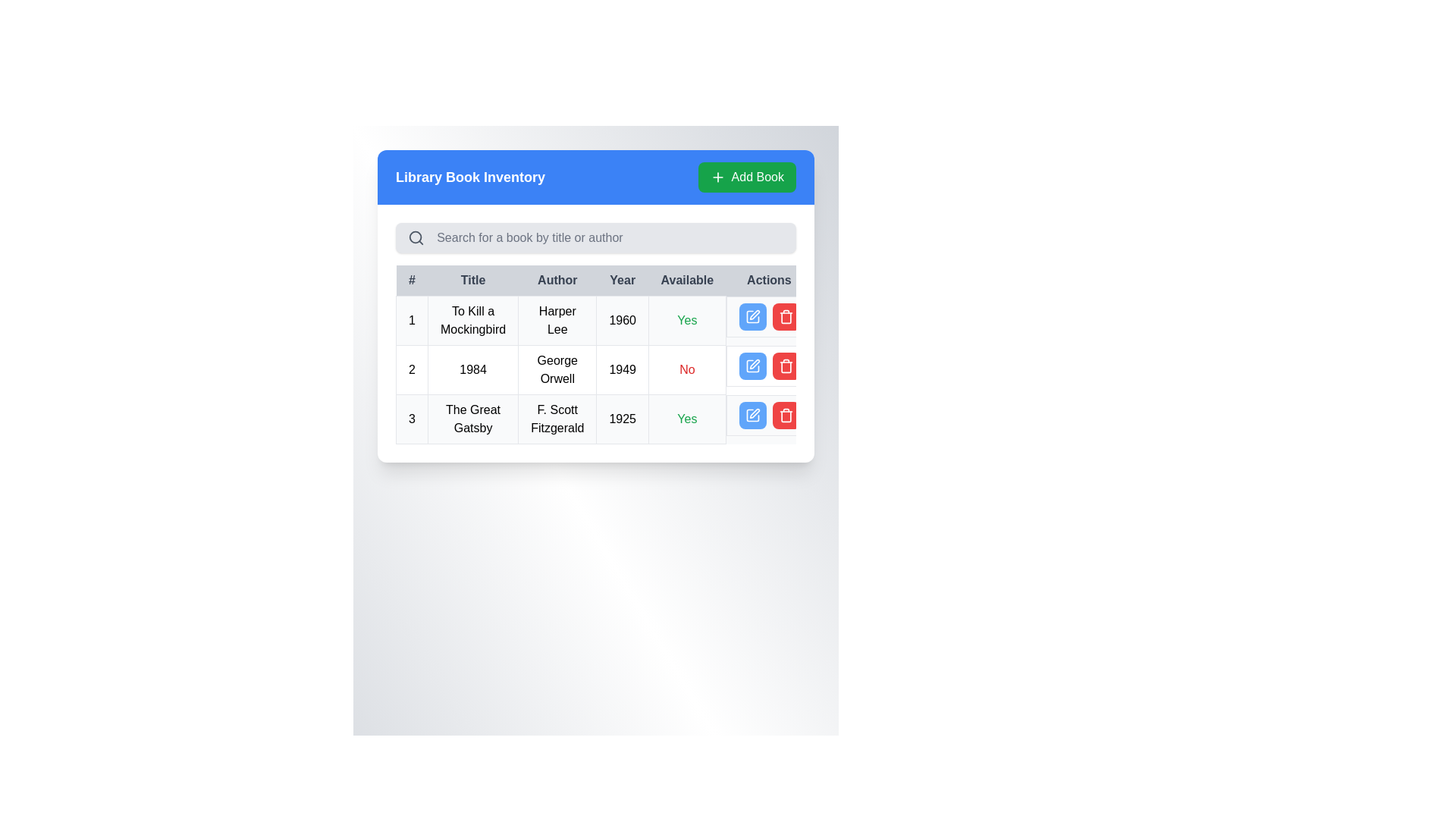  I want to click on the text label displaying the author's name 'F. Scott Fitzgerald' in the third row of the table under the 'Author' column, so click(557, 419).